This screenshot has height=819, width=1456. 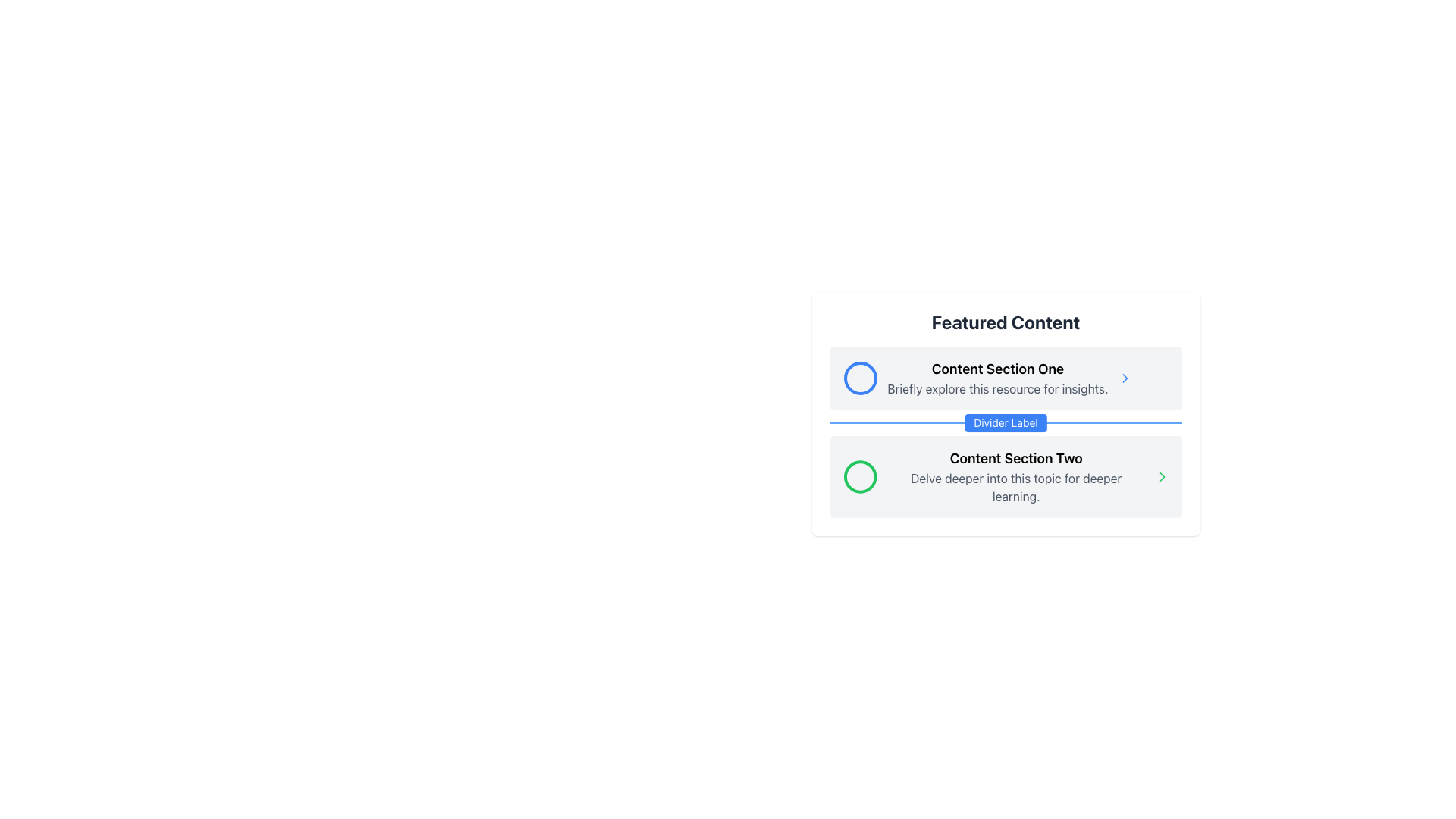 What do you see at coordinates (997, 369) in the screenshot?
I see `text content of the bold text label displaying 'Content Section One', located at the top of the information card` at bounding box center [997, 369].